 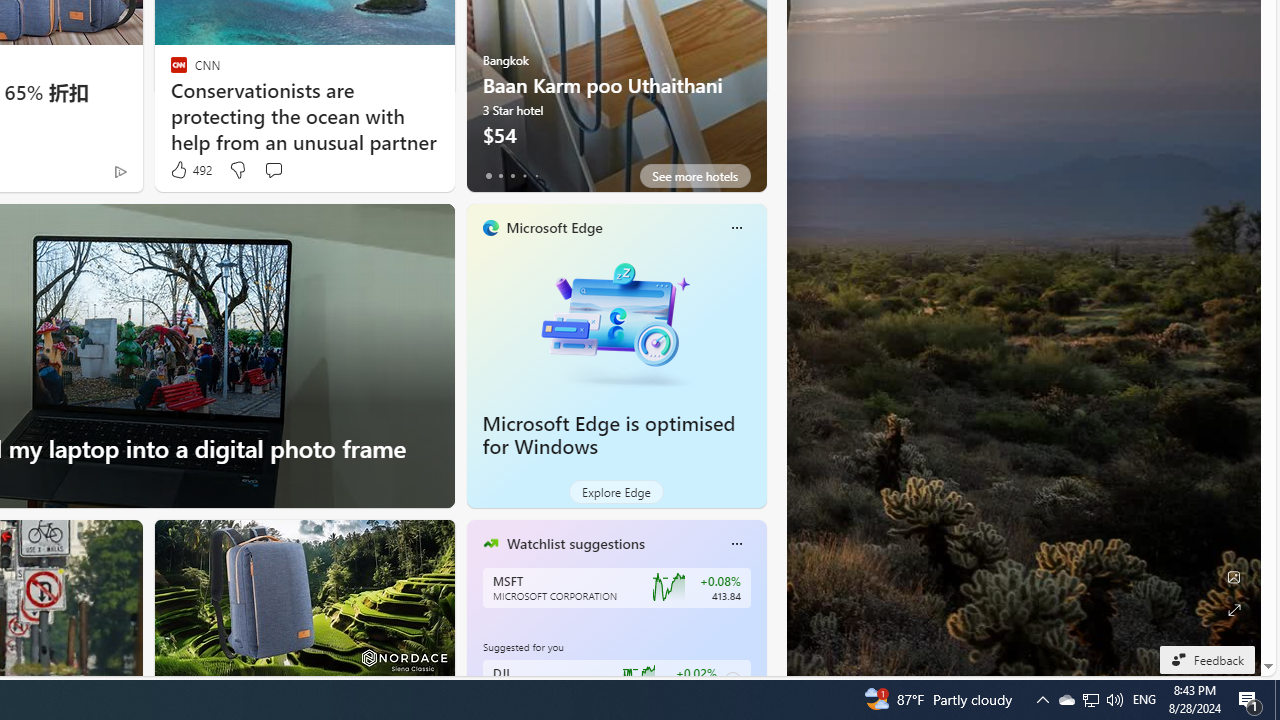 What do you see at coordinates (1205, 659) in the screenshot?
I see `'Feedback'` at bounding box center [1205, 659].